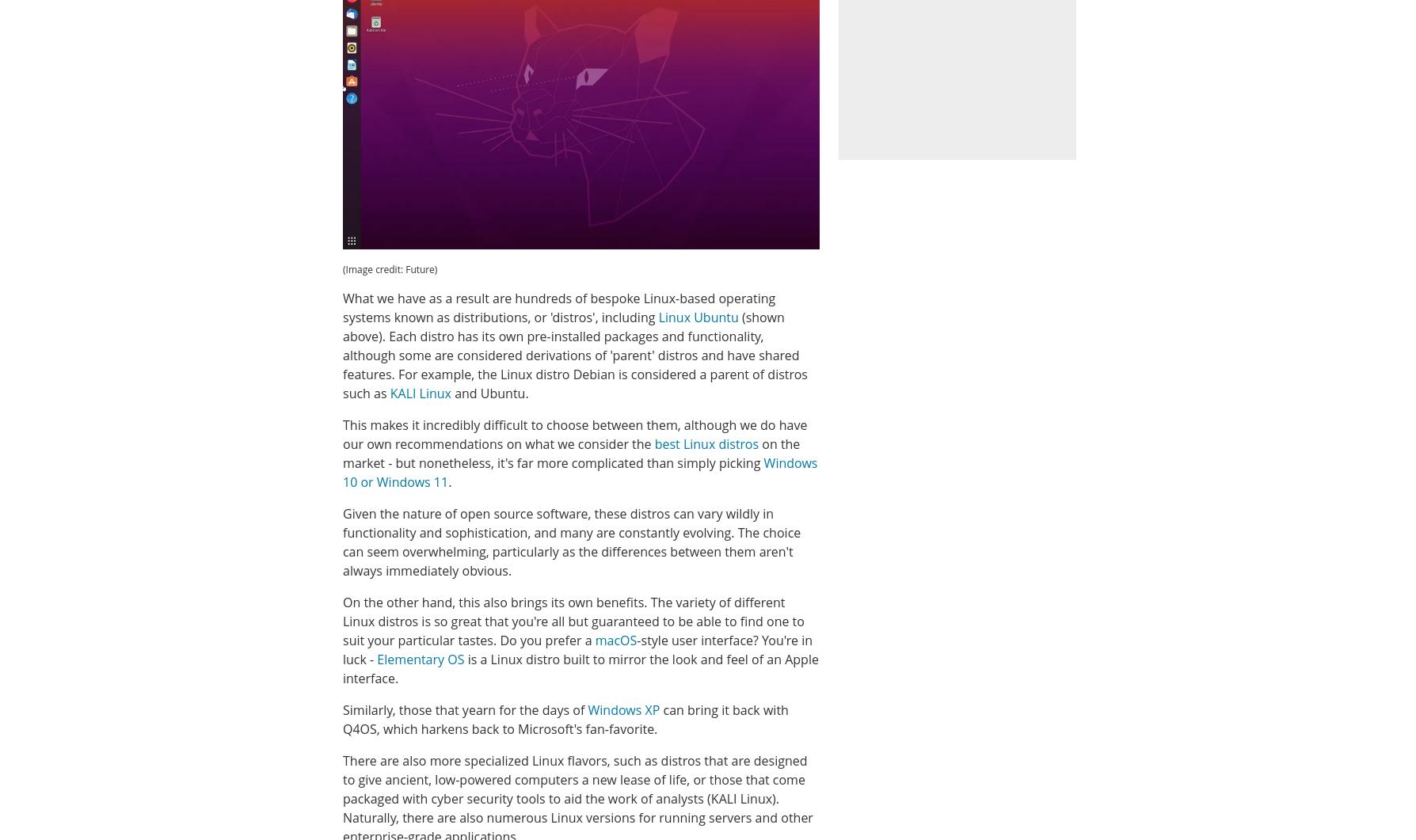 The height and width of the screenshot is (840, 1416). I want to click on 'Windows XP', so click(622, 709).